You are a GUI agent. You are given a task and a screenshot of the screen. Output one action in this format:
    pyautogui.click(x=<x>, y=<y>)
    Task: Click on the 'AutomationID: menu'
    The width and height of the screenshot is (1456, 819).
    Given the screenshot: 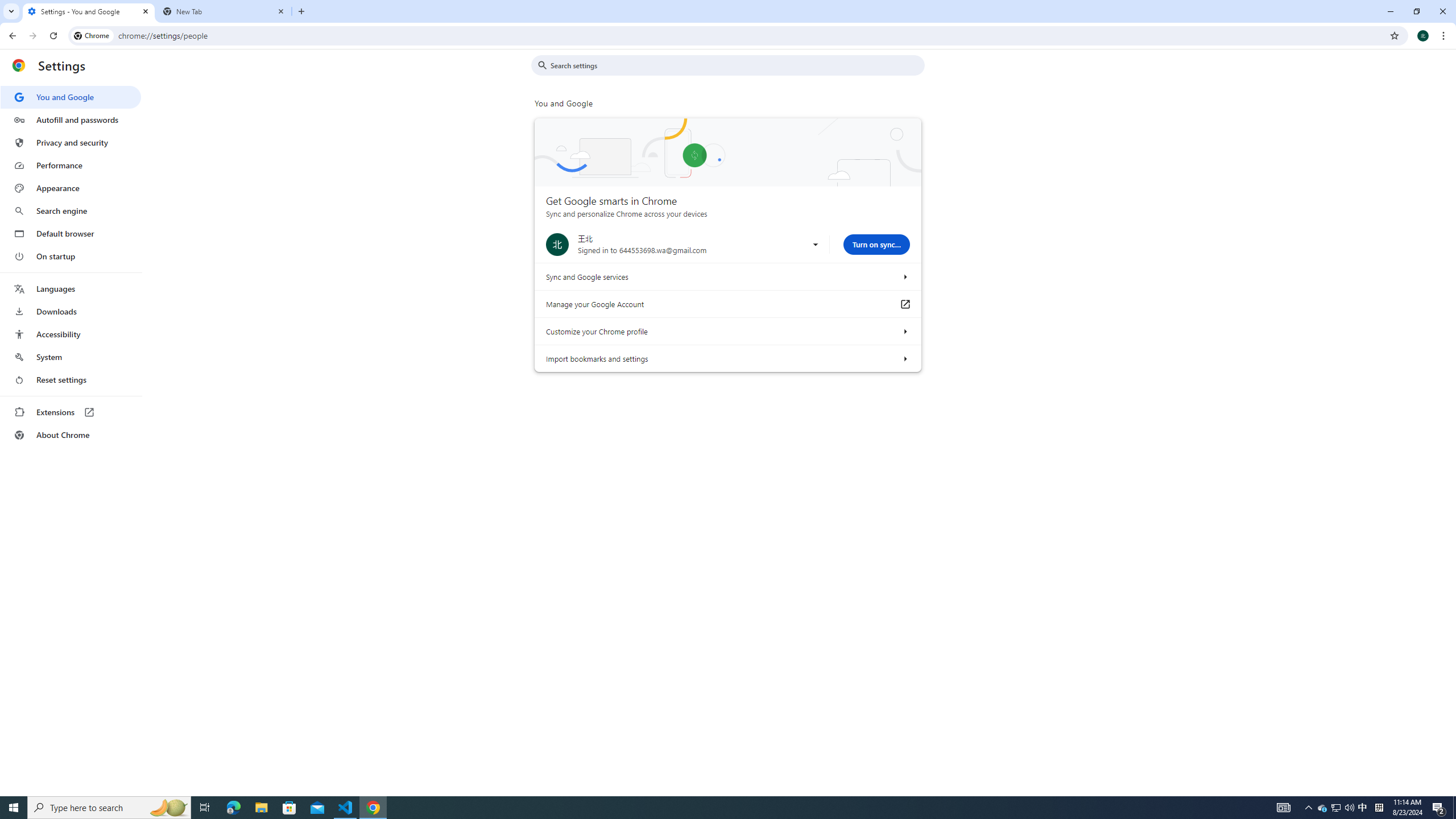 What is the action you would take?
    pyautogui.click(x=71, y=266)
    